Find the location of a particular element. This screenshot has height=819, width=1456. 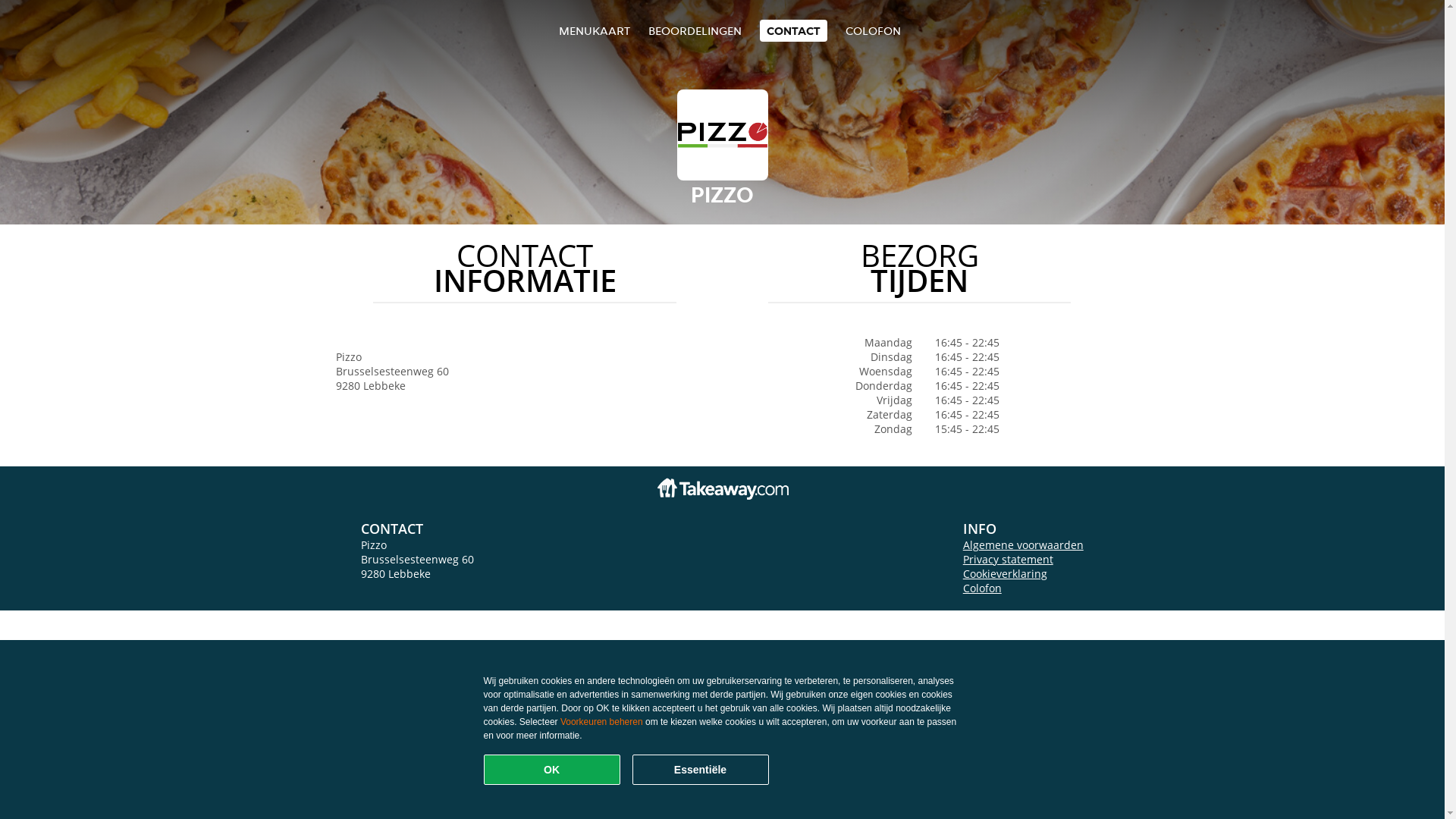

'Privacy statement' is located at coordinates (1008, 559).